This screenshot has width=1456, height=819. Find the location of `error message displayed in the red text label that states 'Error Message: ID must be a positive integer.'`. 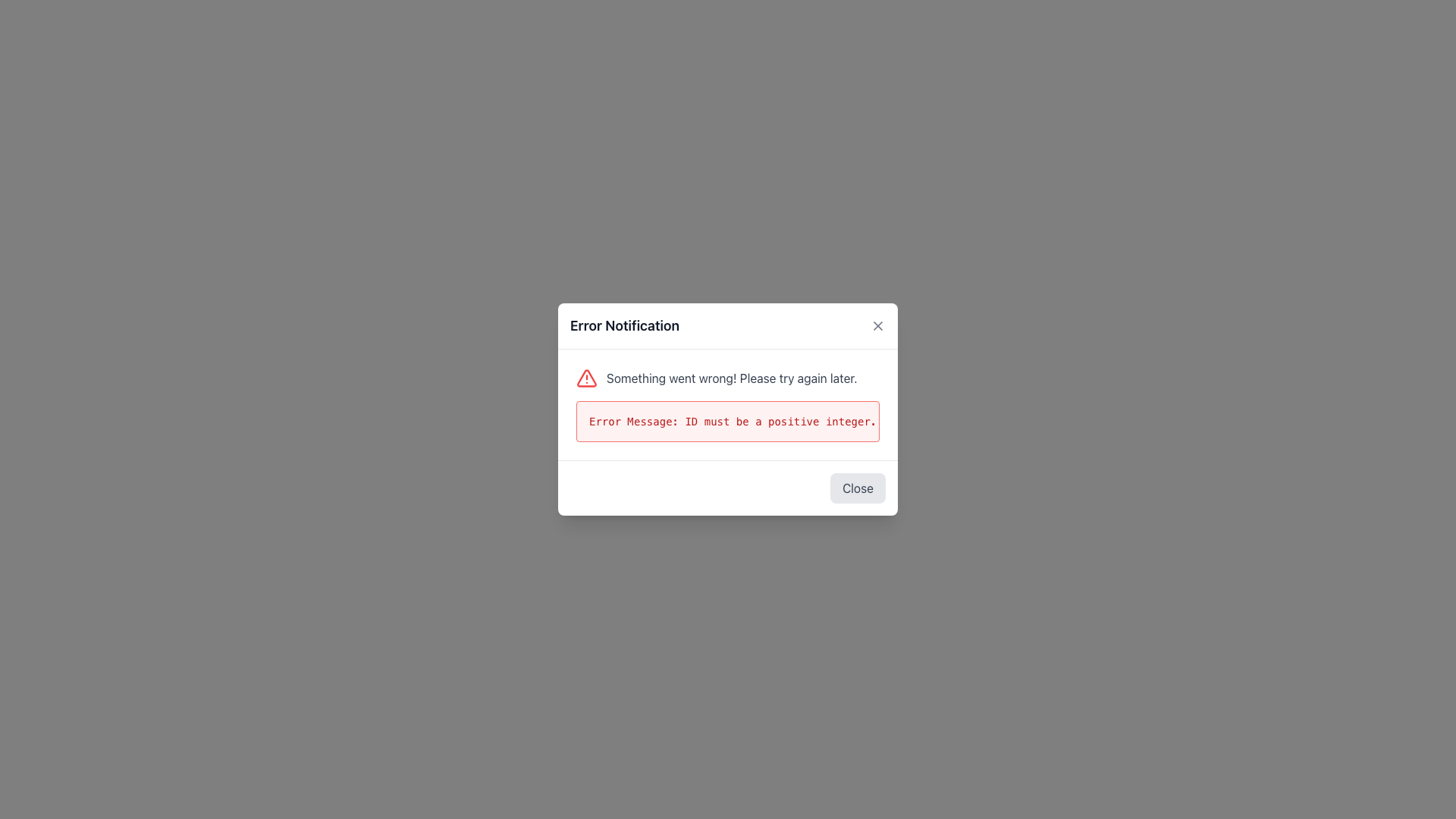

error message displayed in the red text label that states 'Error Message: ID must be a positive integer.' is located at coordinates (728, 421).